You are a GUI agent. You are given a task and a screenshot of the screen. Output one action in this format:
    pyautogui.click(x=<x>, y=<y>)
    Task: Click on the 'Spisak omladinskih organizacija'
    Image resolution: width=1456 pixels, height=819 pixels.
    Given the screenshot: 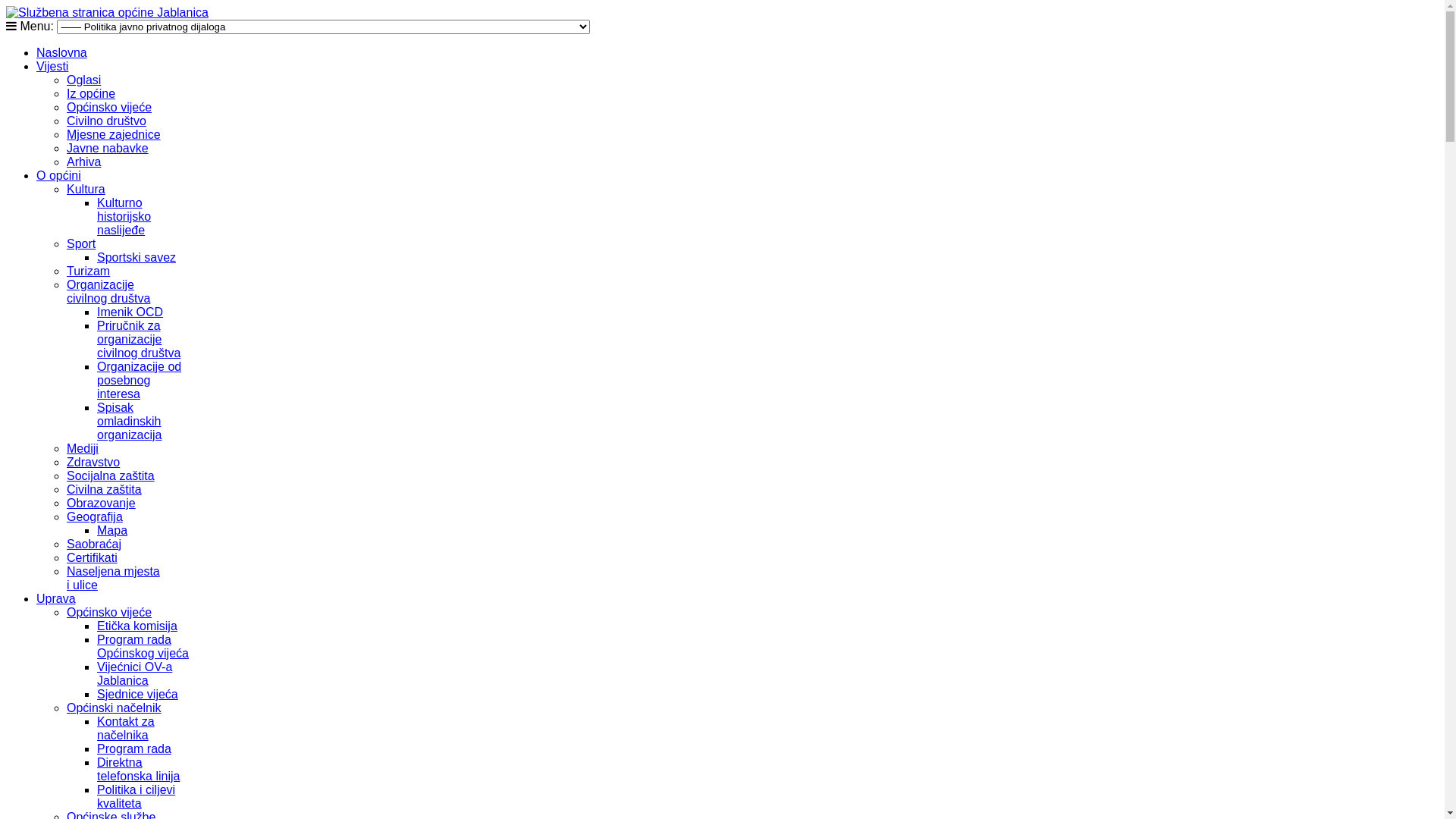 What is the action you would take?
    pyautogui.click(x=129, y=421)
    